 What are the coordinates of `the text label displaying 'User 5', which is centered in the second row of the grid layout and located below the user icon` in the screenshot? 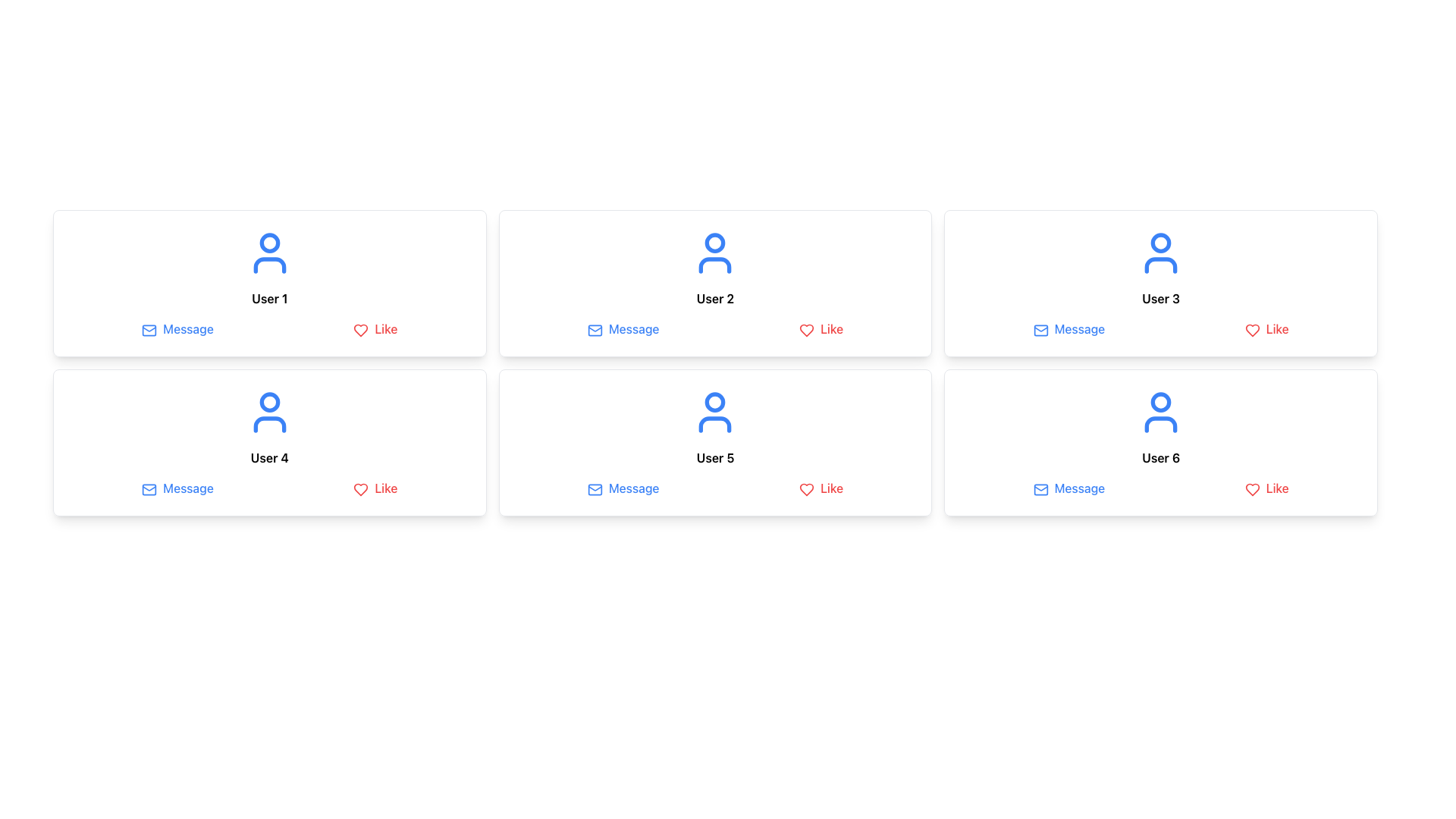 It's located at (714, 457).